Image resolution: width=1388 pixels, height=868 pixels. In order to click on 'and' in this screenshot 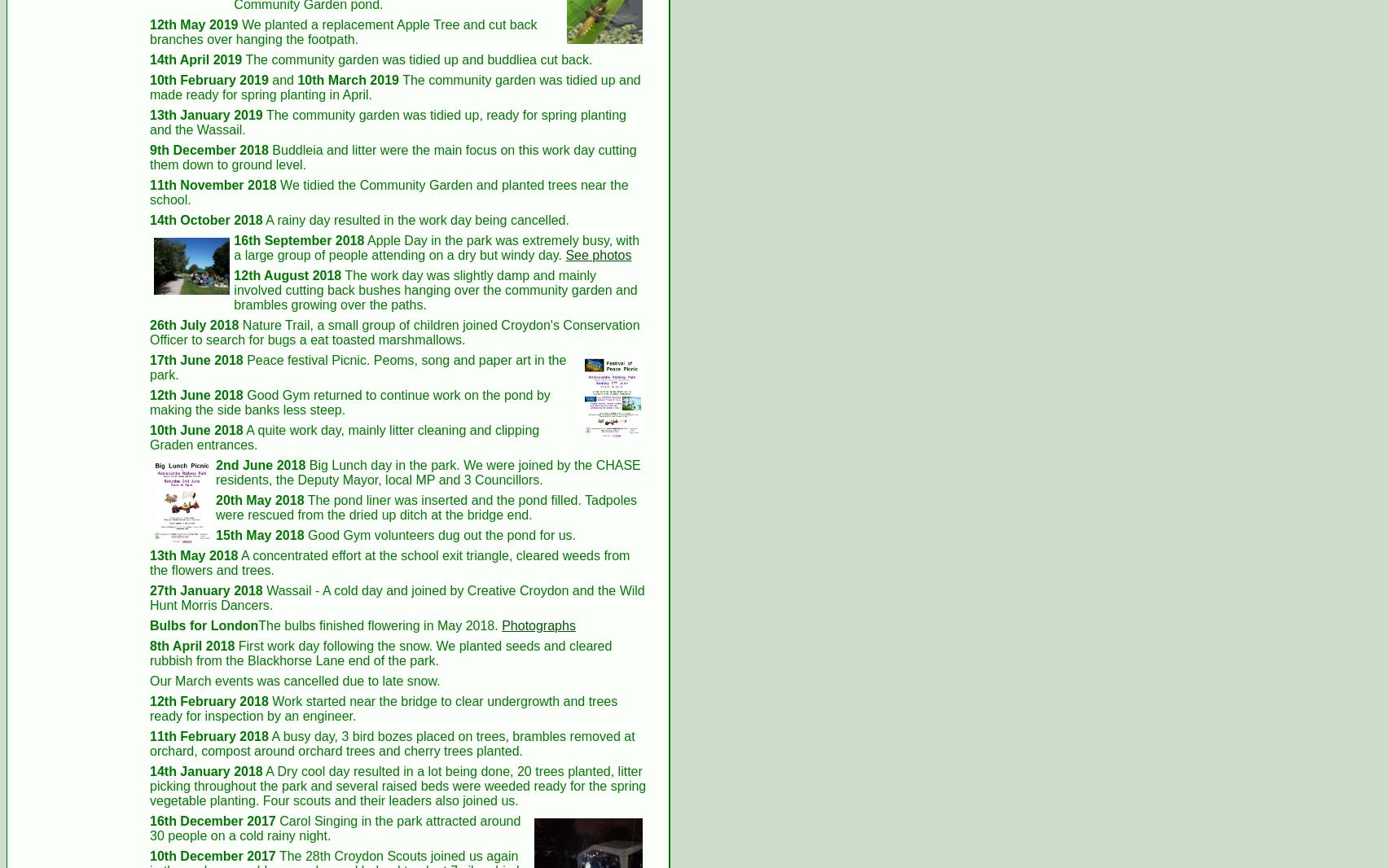, I will do `click(281, 78)`.